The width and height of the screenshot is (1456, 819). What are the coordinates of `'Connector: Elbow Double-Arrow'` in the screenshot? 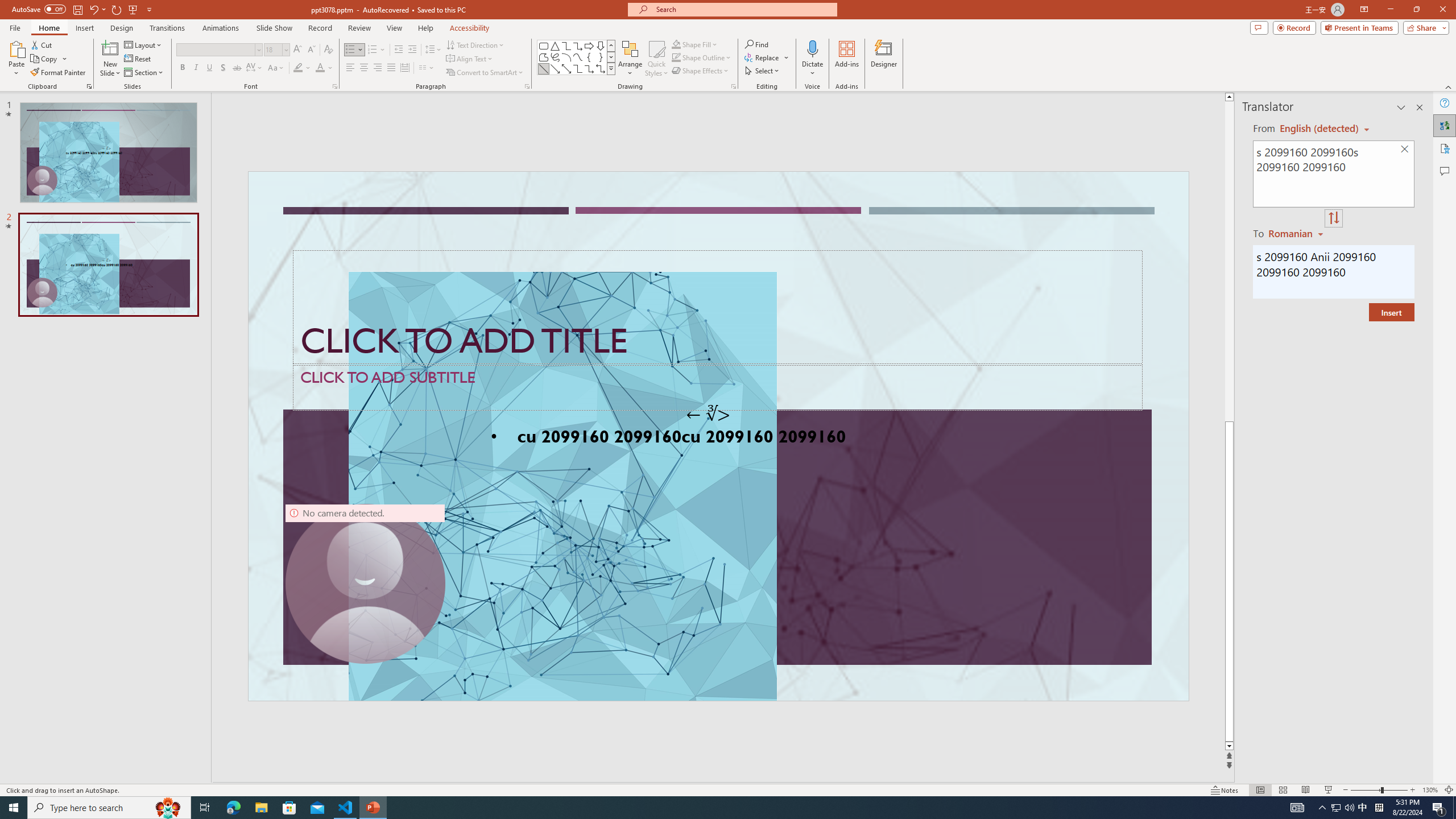 It's located at (600, 68).